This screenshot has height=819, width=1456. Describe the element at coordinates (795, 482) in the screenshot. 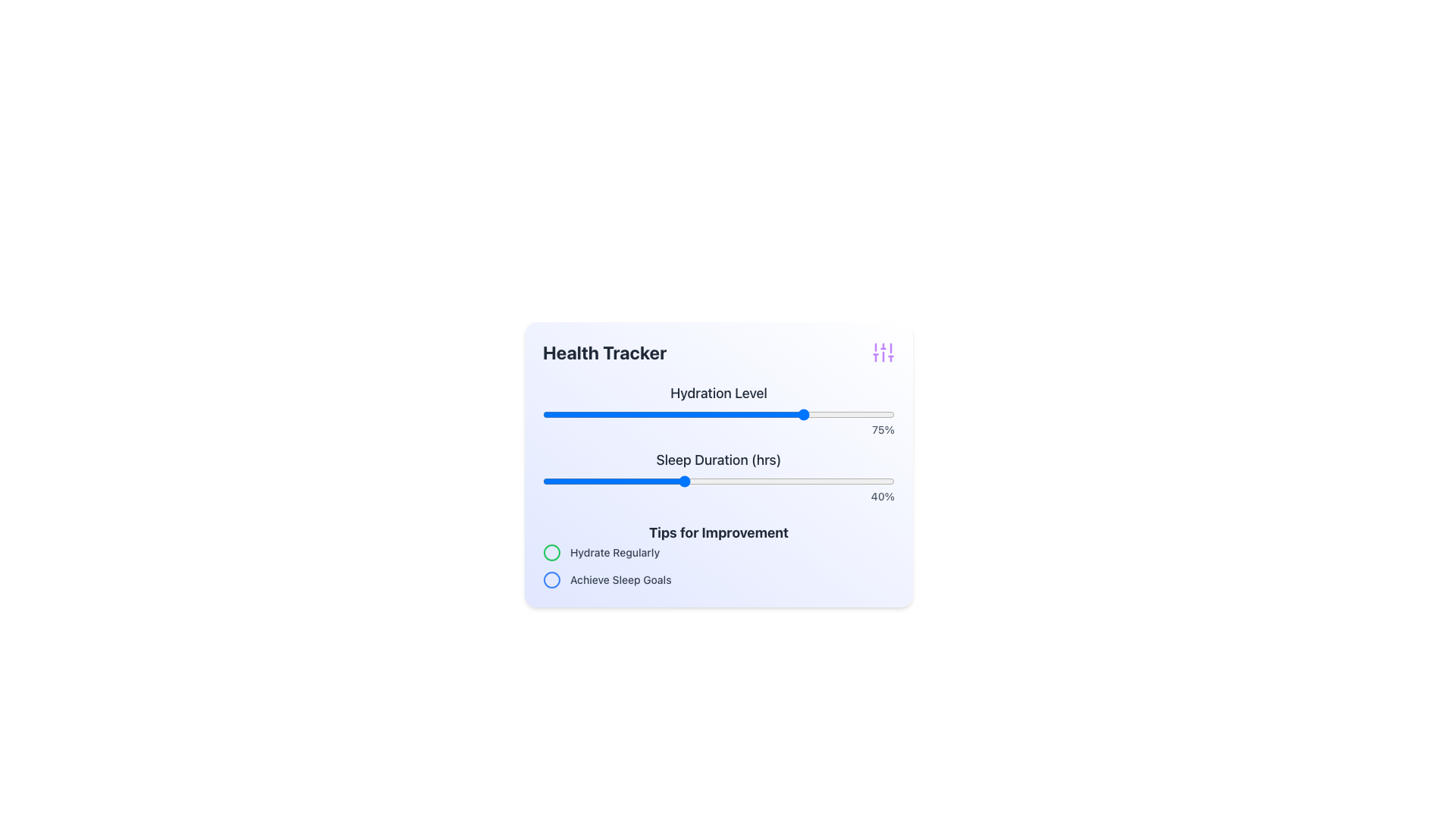

I see `the sleep duration` at that location.